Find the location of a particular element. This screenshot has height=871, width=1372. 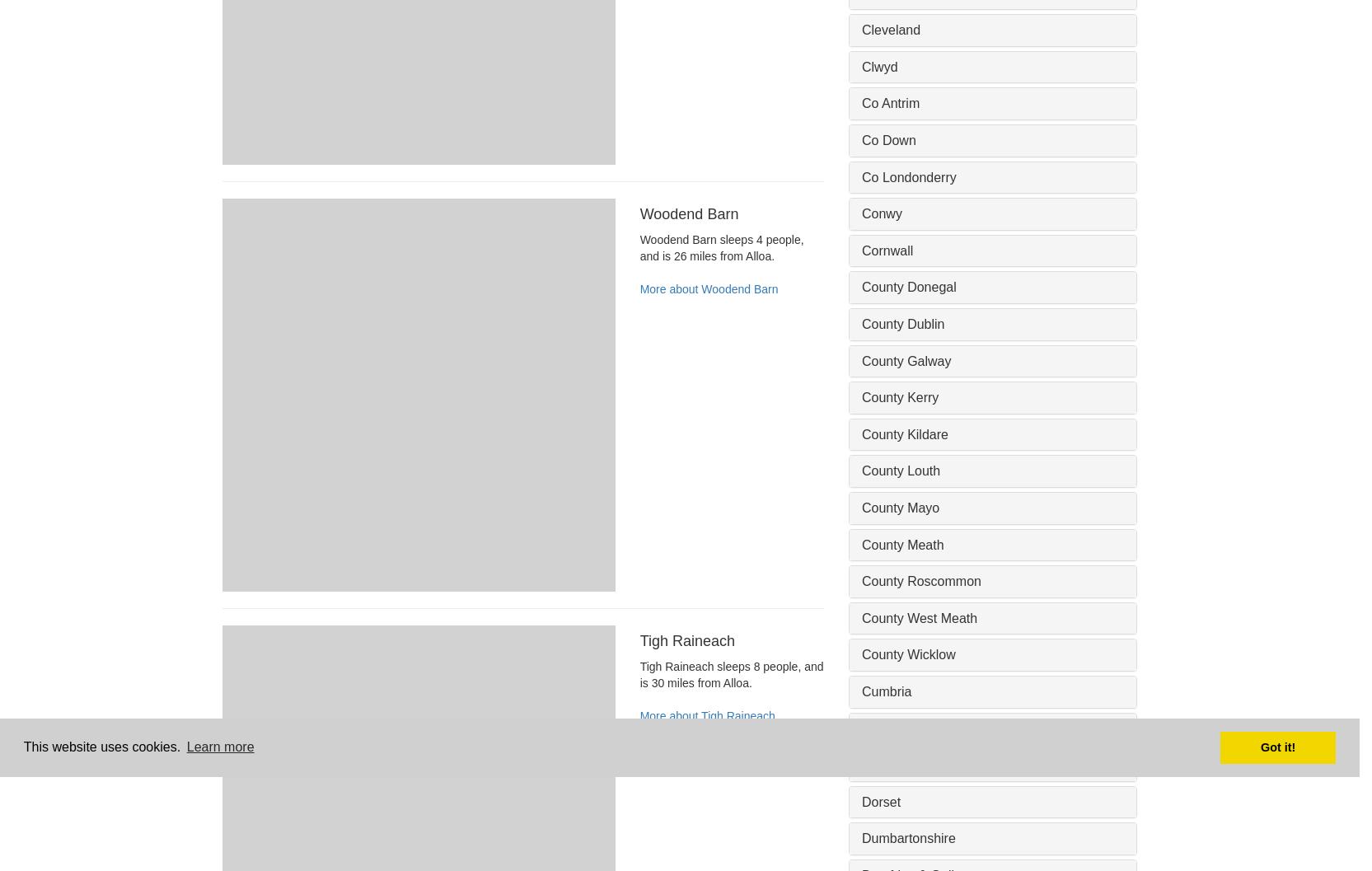

'County Kildare' is located at coordinates (905, 433).